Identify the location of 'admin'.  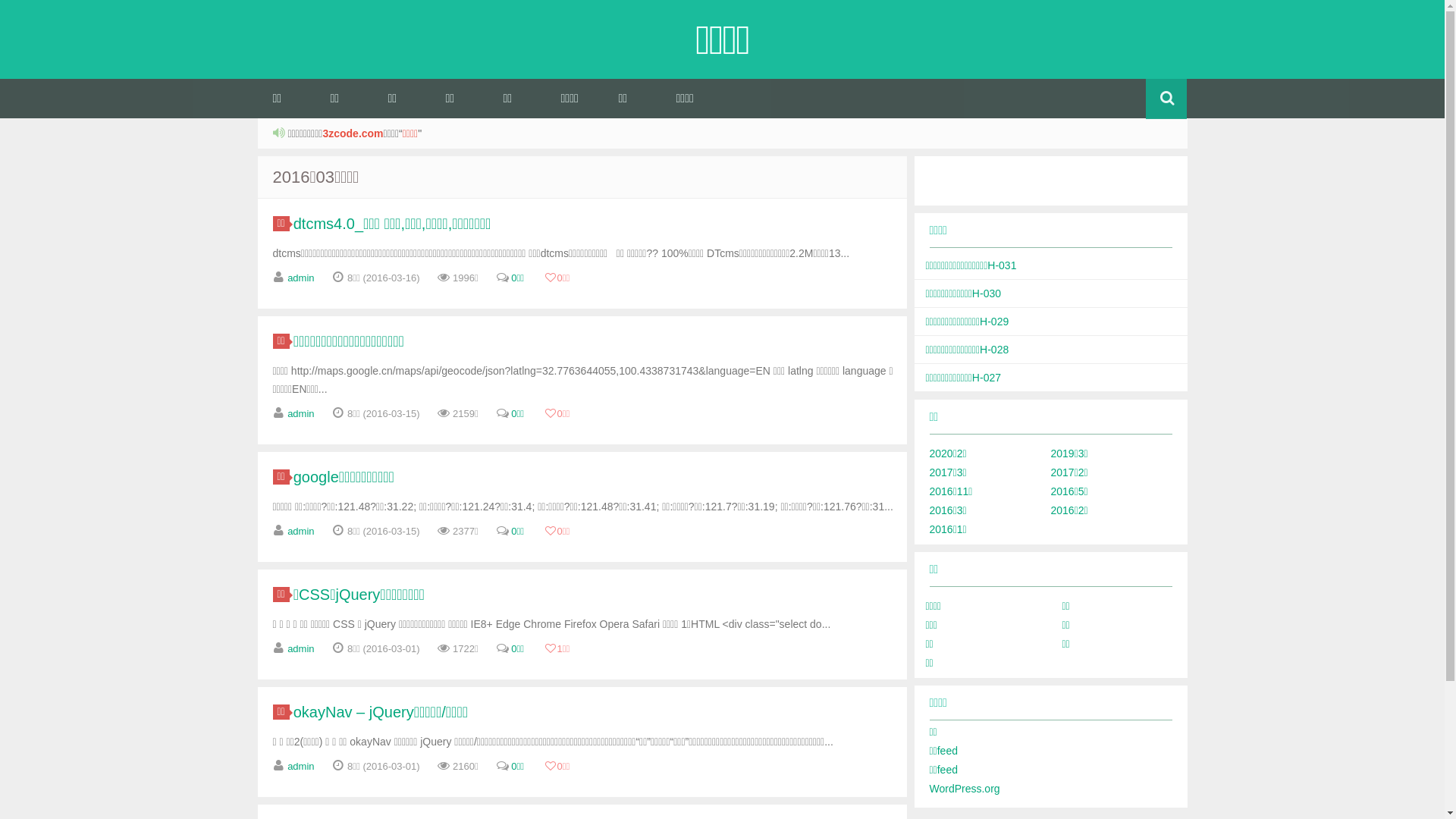
(300, 278).